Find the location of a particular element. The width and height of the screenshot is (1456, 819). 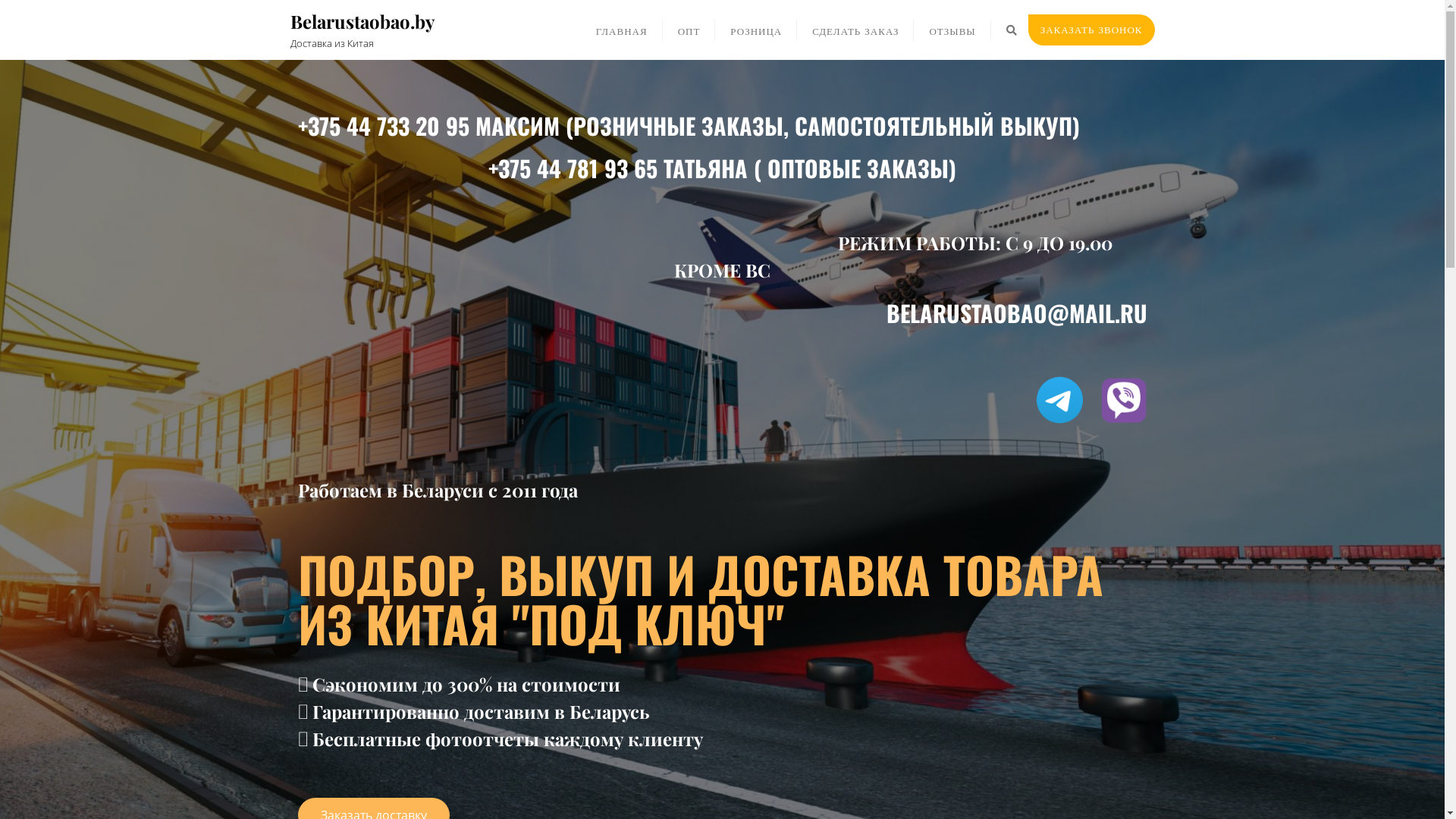

'BELARUSTAOBAO@MAIL.RU' is located at coordinates (1015, 311).